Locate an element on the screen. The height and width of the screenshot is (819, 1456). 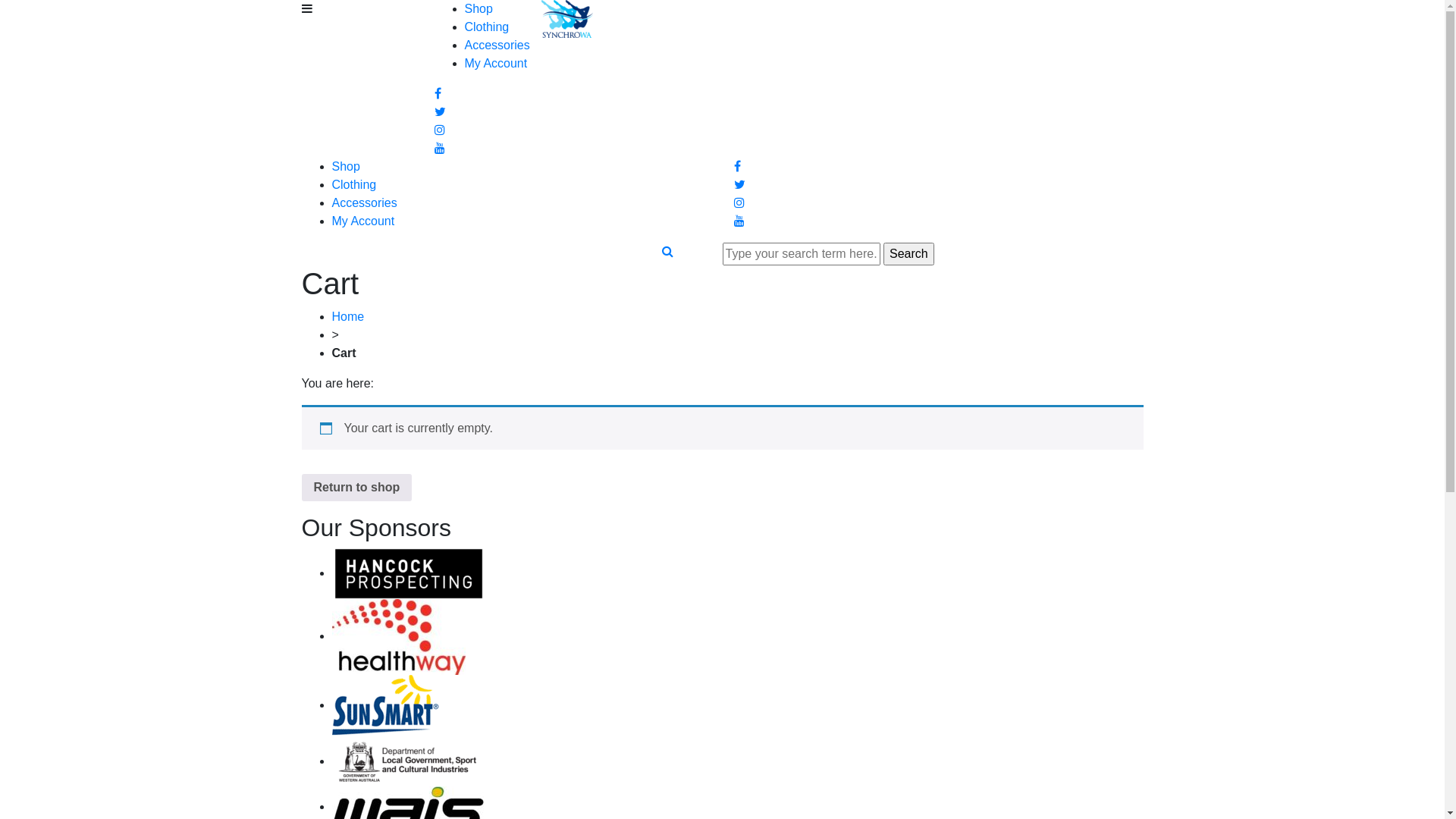
'Clothing' is located at coordinates (486, 27).